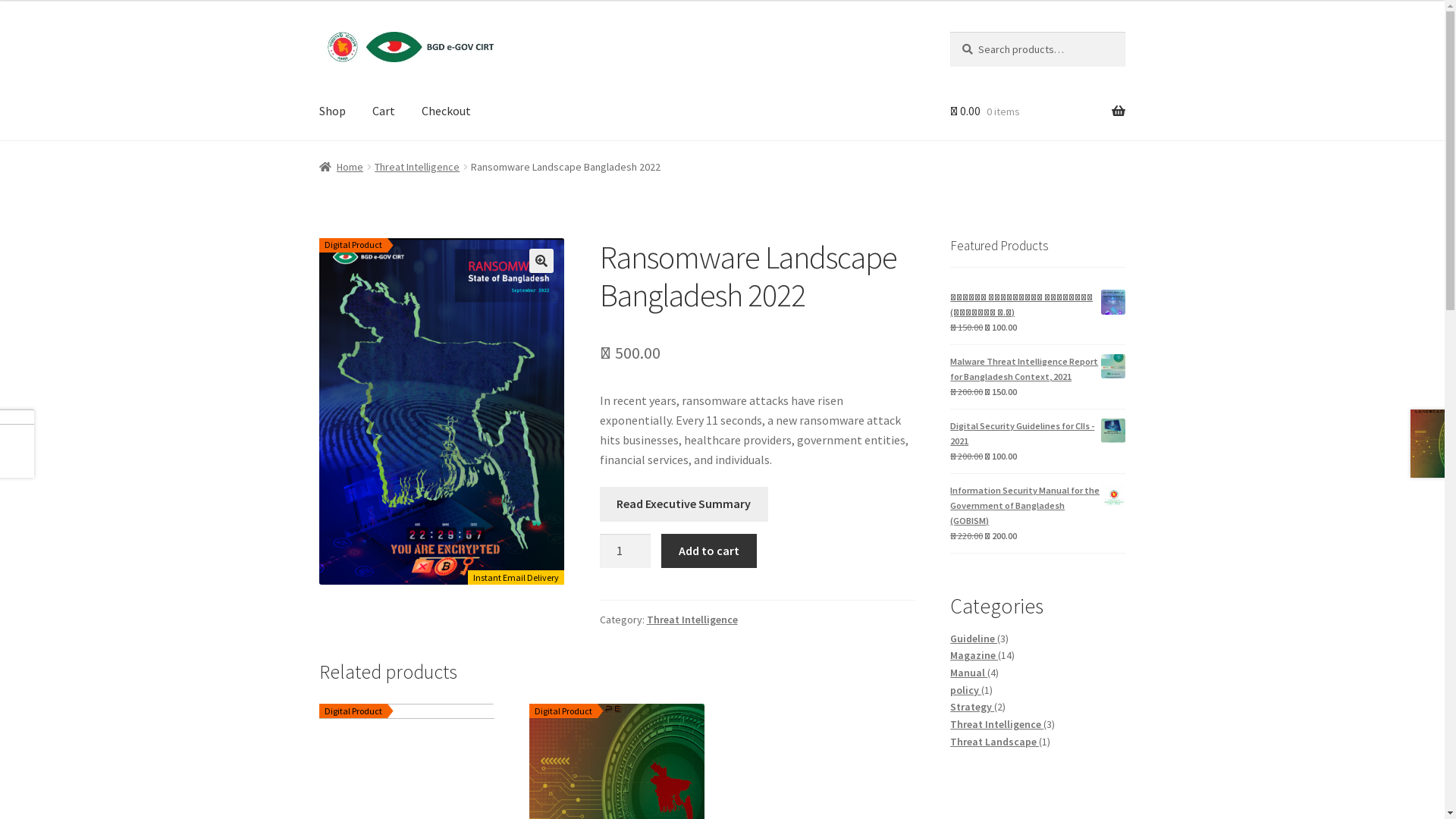 Image resolution: width=1456 pixels, height=819 pixels. Describe the element at coordinates (949, 31) in the screenshot. I see `'Search'` at that location.